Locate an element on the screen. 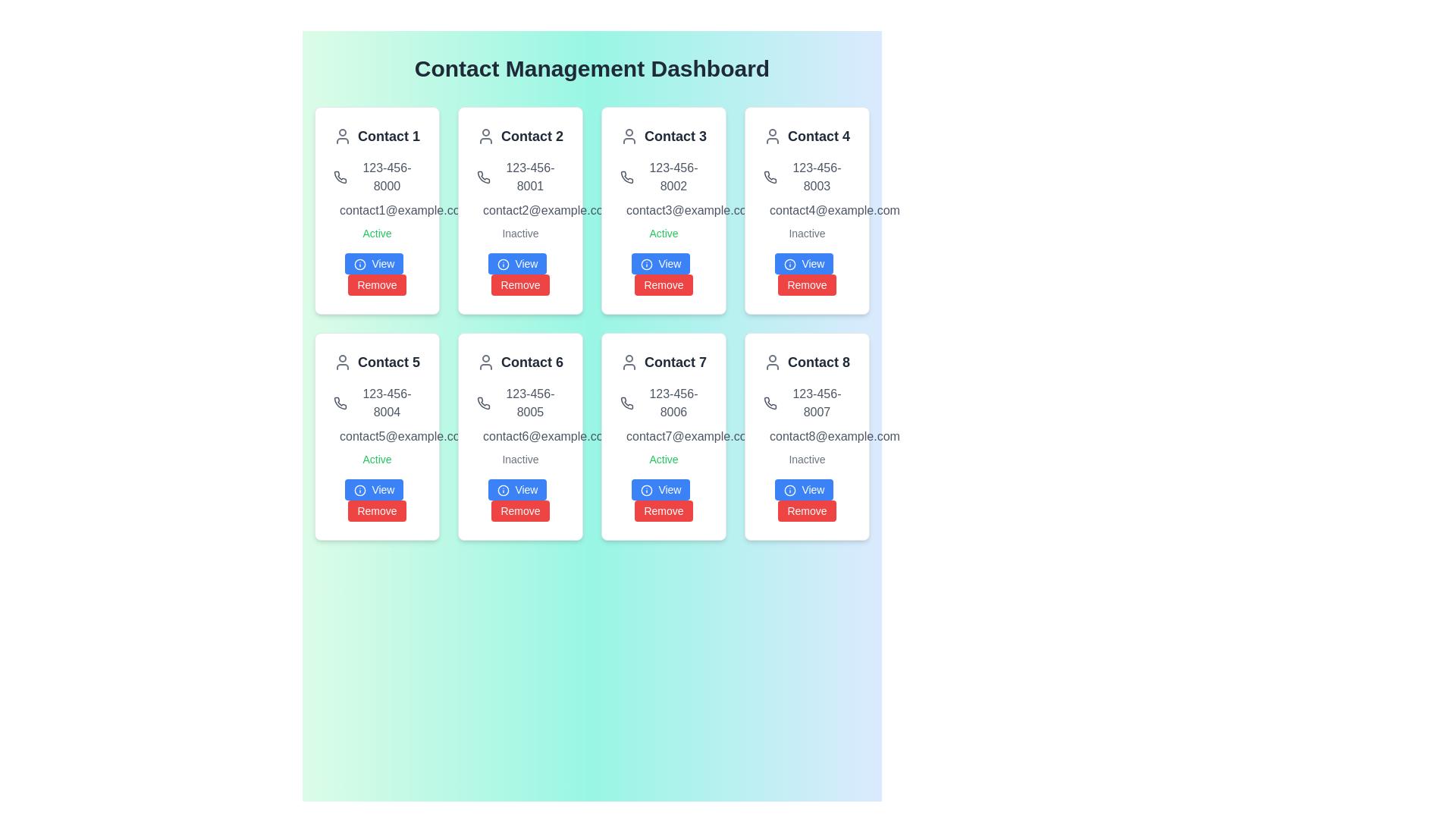 The width and height of the screenshot is (1456, 819). the icon representing the phone number '123-456-8004' located in the card labeled 'Contact 5', positioned to the left of the phone number is located at coordinates (339, 403).